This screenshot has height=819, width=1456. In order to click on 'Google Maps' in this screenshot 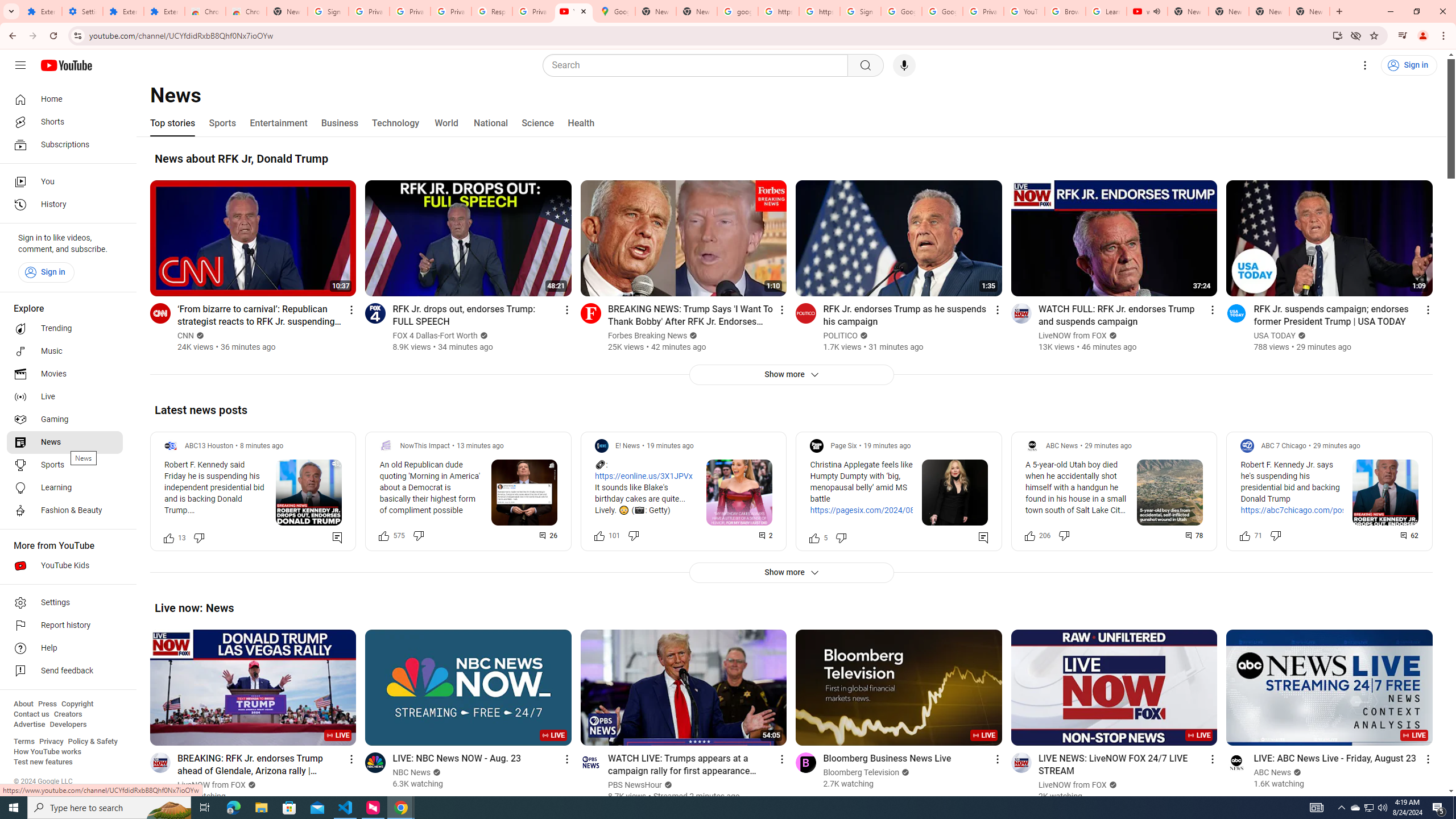, I will do `click(614, 11)`.